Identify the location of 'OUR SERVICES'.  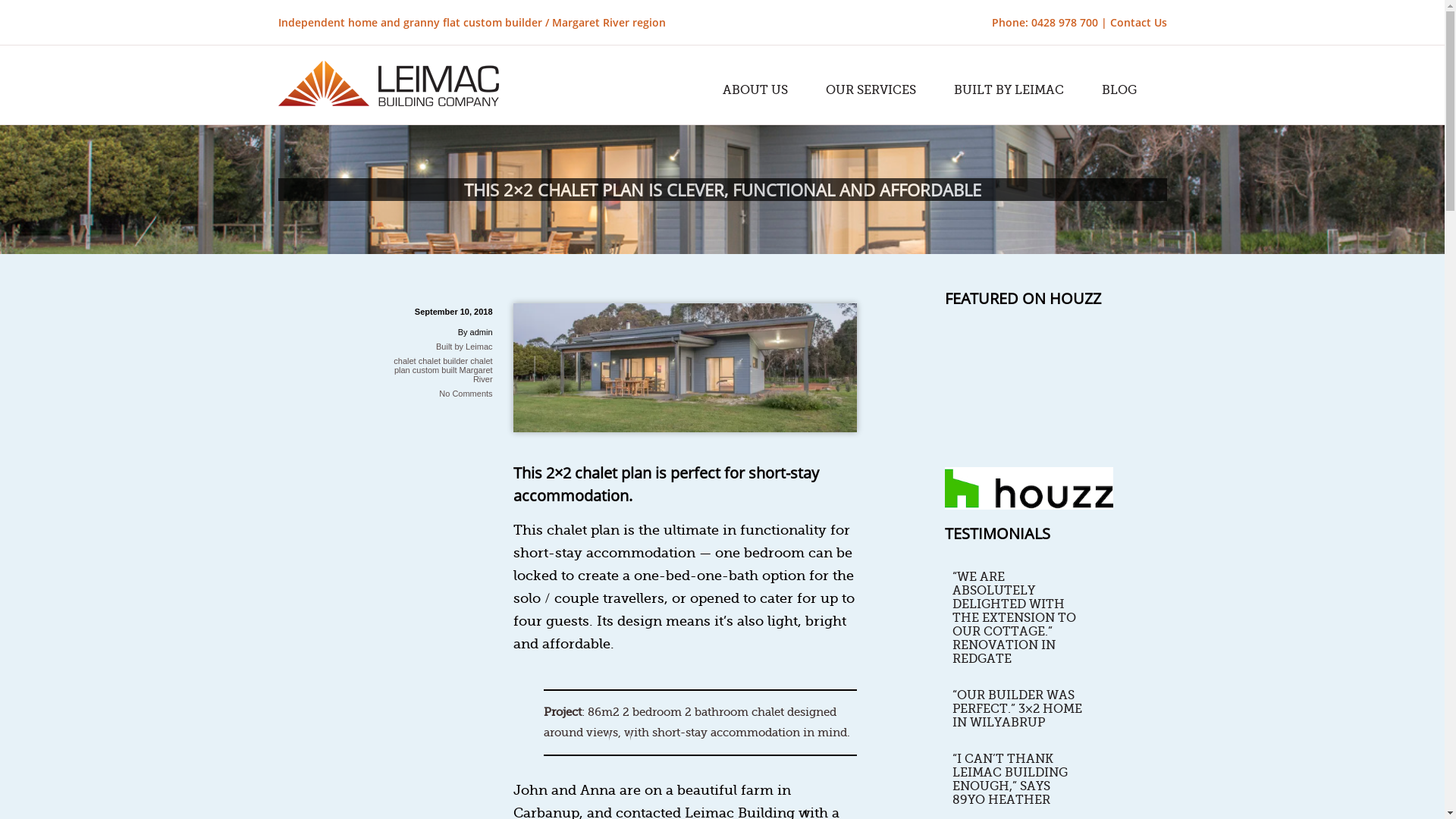
(870, 90).